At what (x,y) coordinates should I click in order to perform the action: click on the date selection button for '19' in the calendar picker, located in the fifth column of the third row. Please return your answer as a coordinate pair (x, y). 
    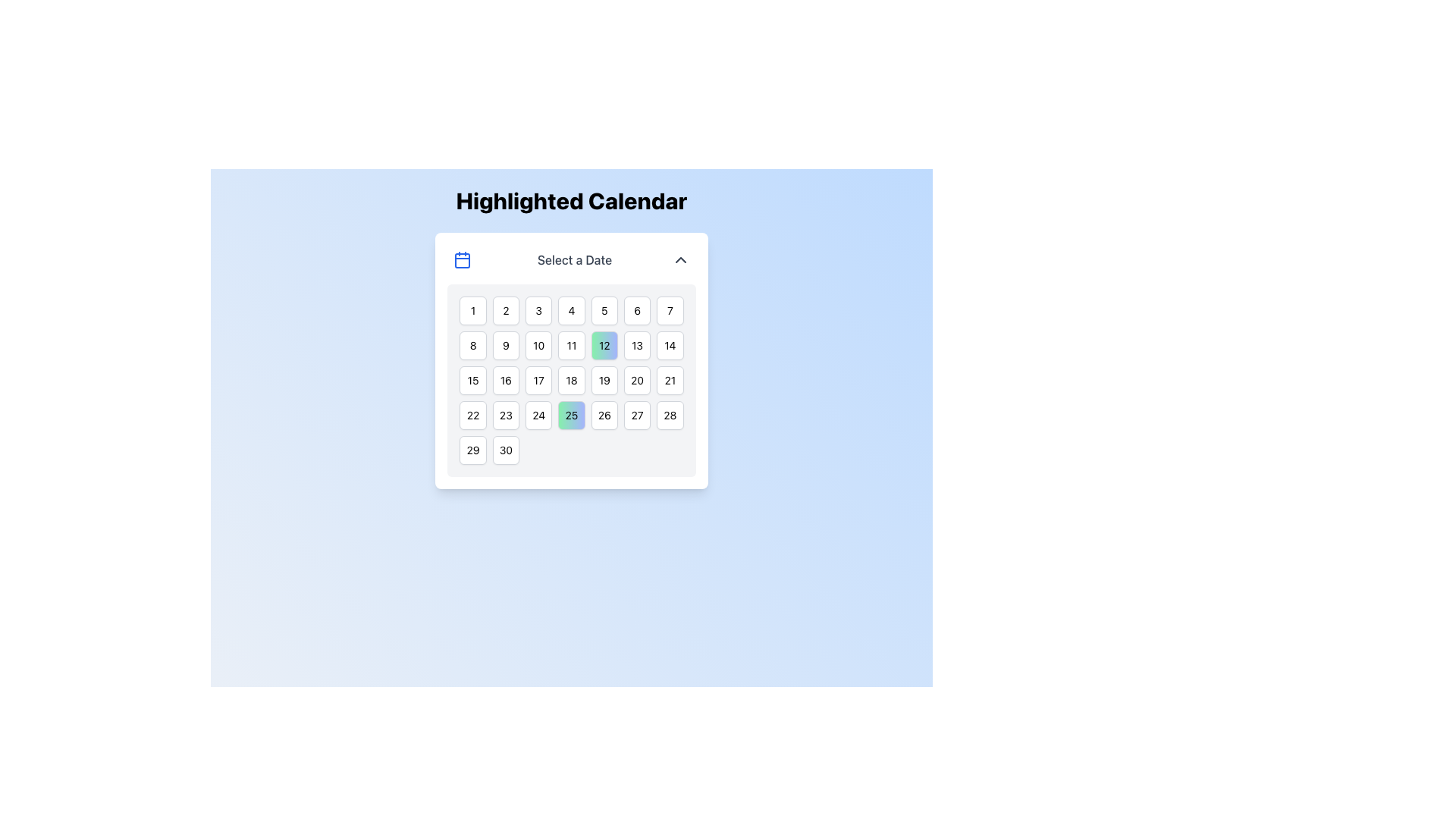
    Looking at the image, I should click on (604, 379).